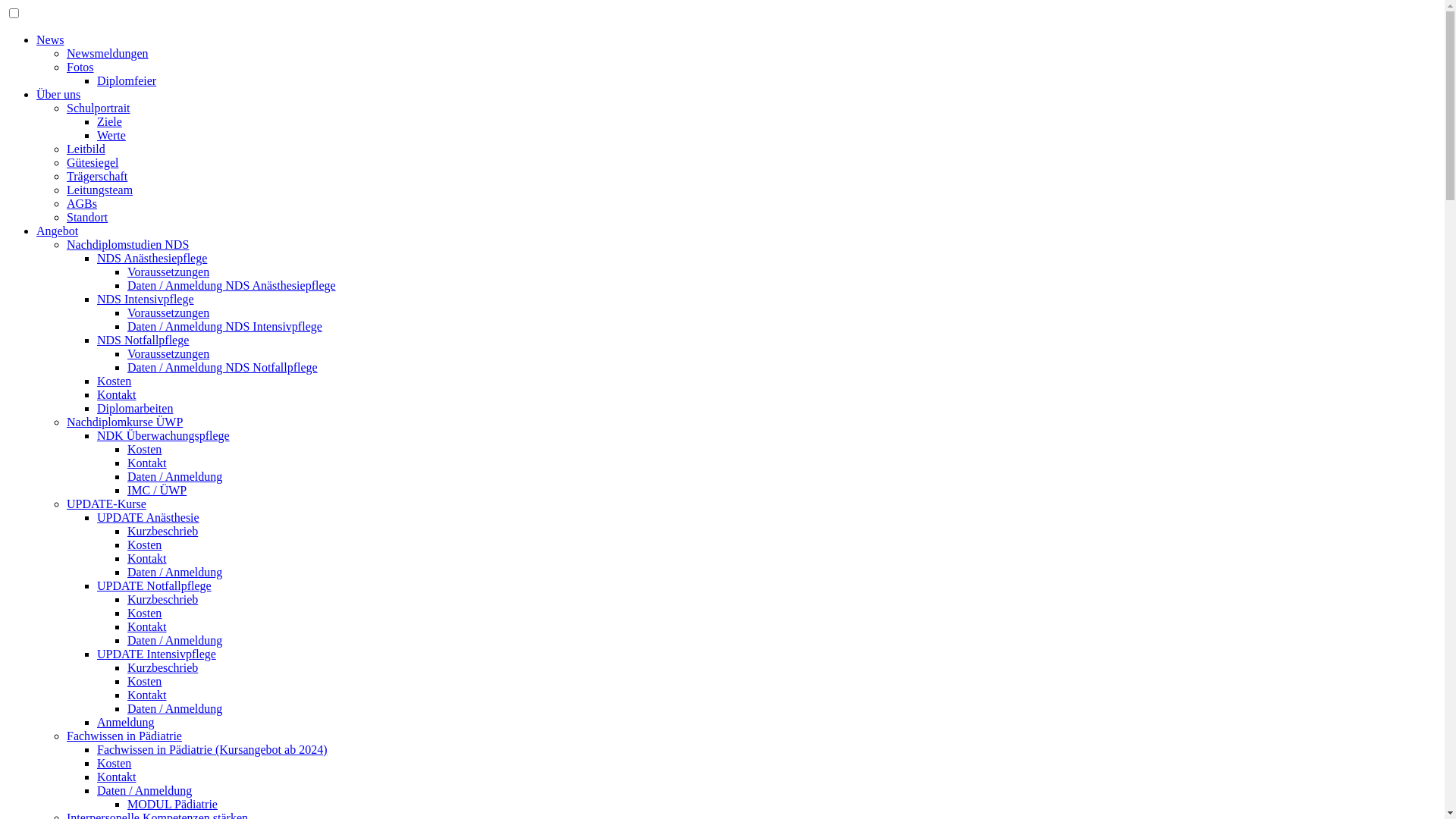  What do you see at coordinates (85, 149) in the screenshot?
I see `'Leitbild'` at bounding box center [85, 149].